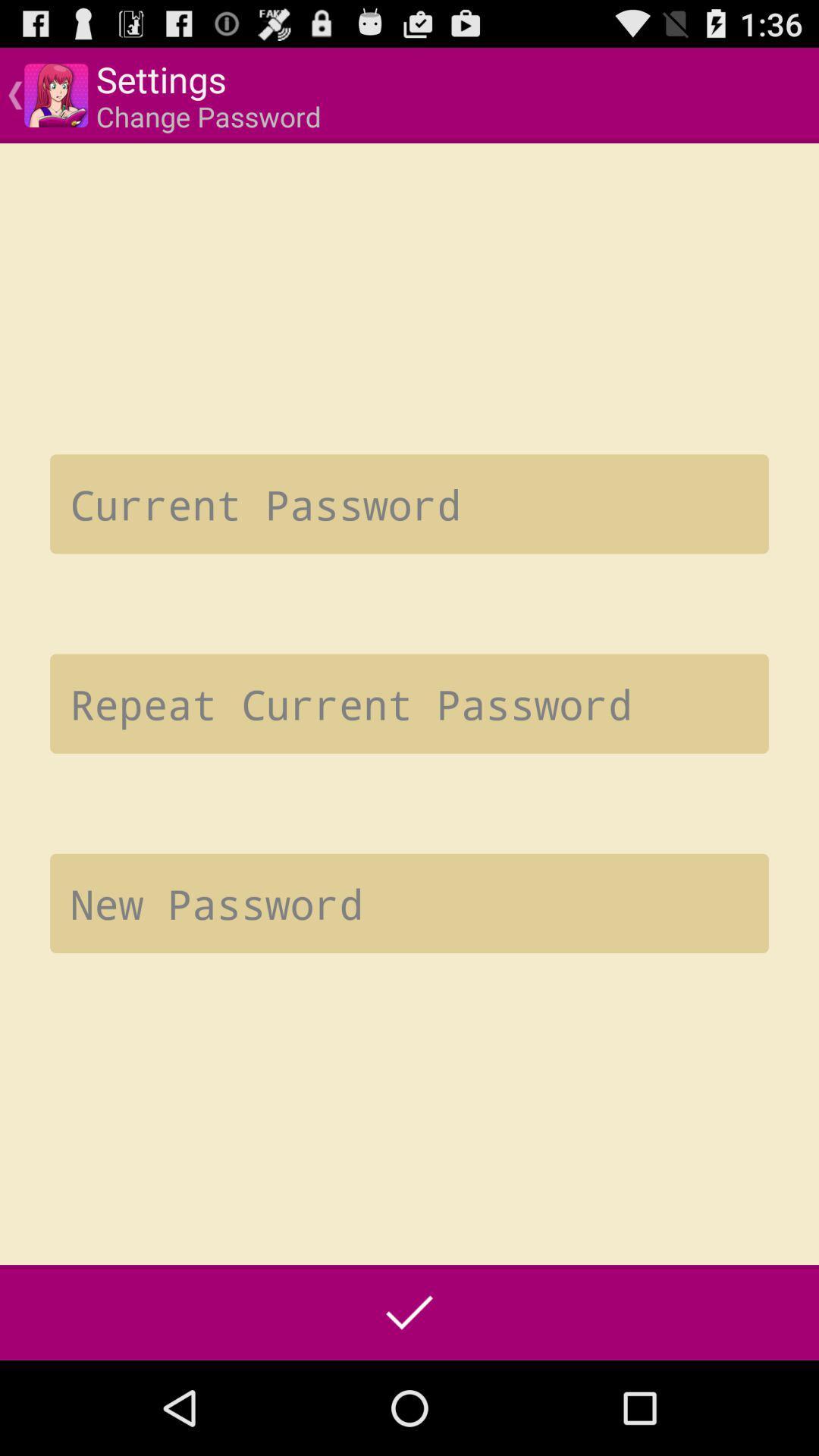  What do you see at coordinates (409, 703) in the screenshot?
I see `password` at bounding box center [409, 703].